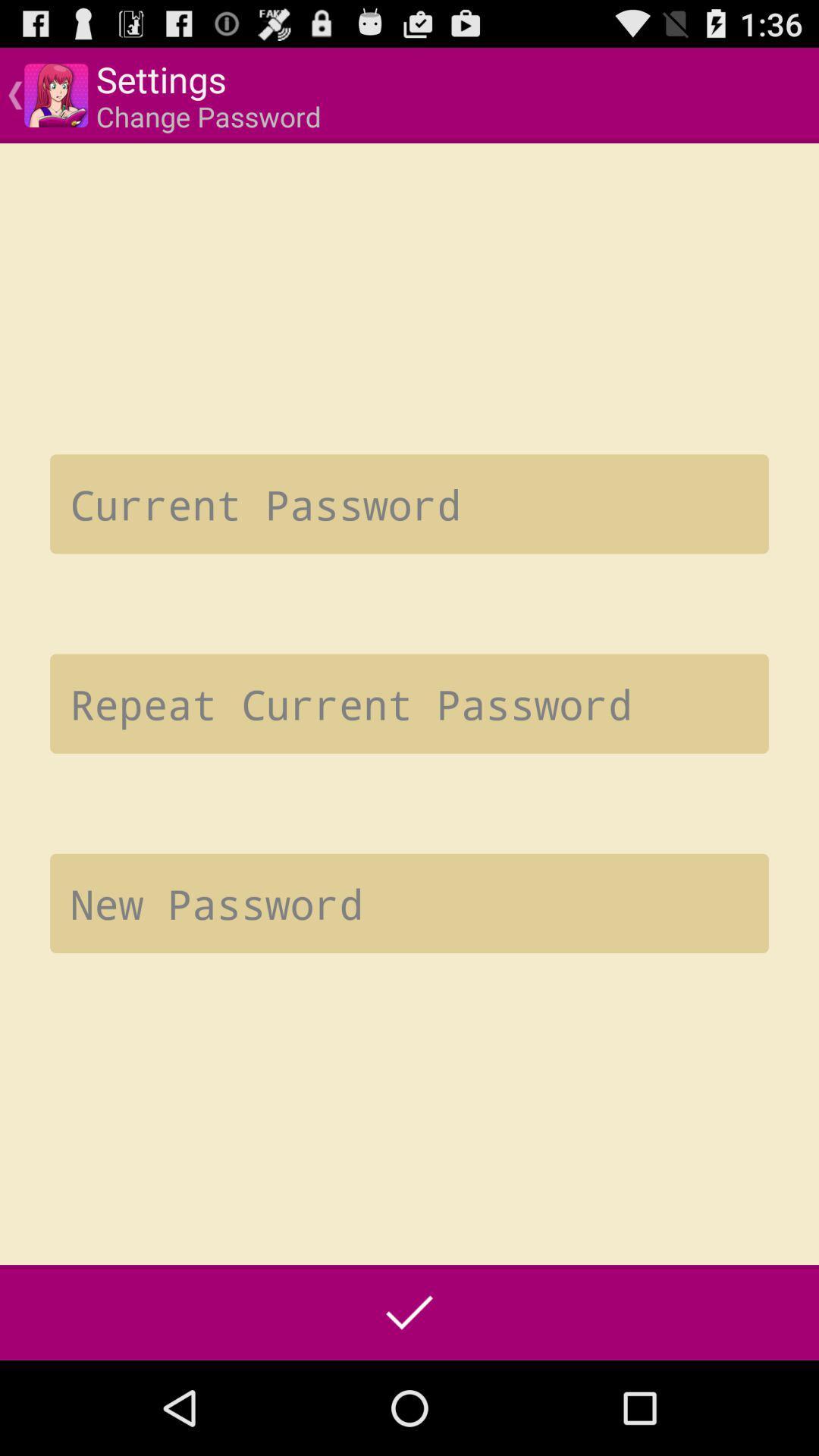  What do you see at coordinates (409, 703) in the screenshot?
I see `password` at bounding box center [409, 703].